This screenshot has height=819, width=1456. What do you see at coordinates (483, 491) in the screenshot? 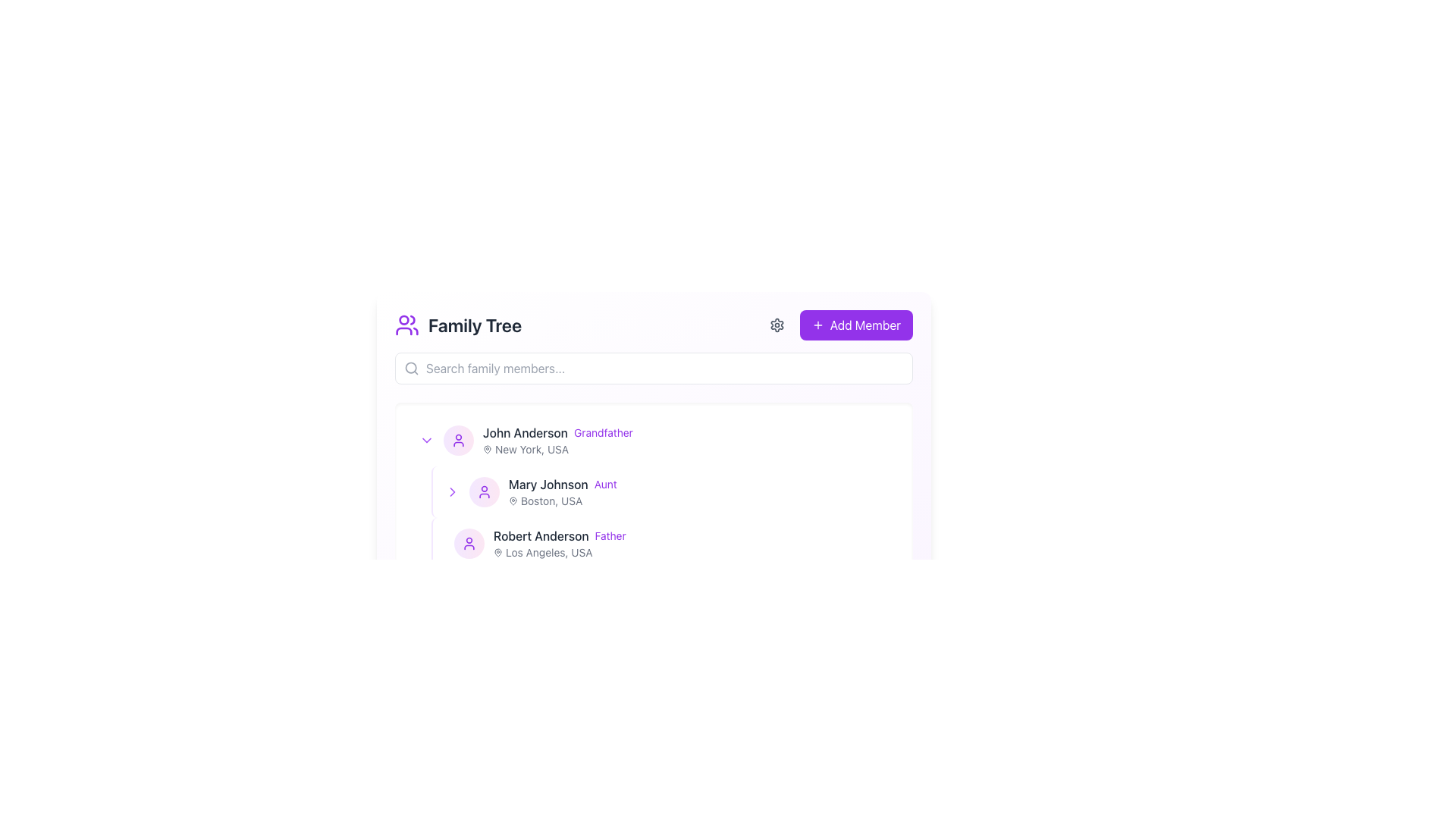
I see `the user profile icon representing 'Mary Johnson', which is visually aligned to the left of the text 'Mary Johnson Aunt Boston, USA'` at bounding box center [483, 491].